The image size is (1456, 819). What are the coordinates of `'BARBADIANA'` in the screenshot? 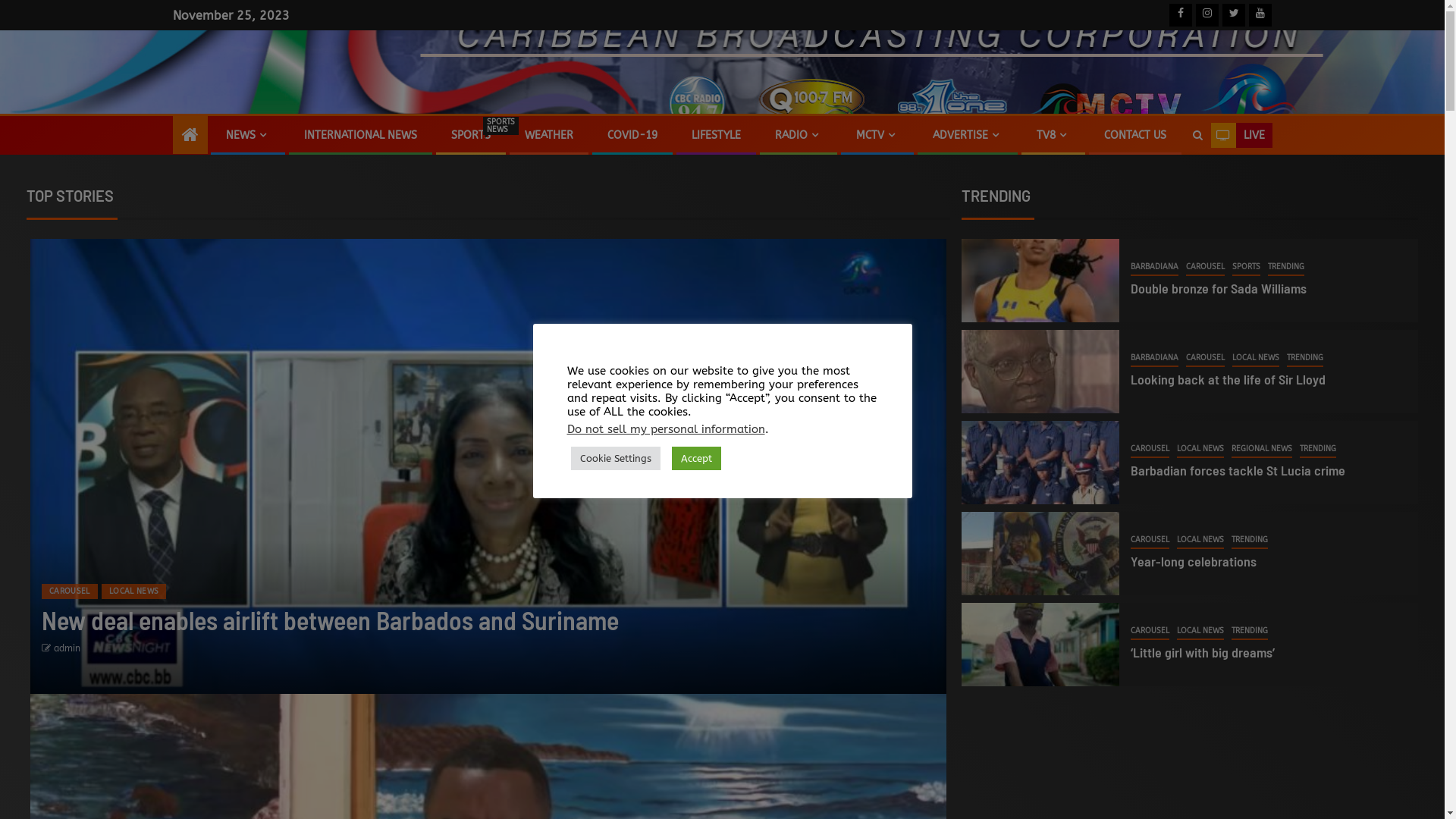 It's located at (1153, 267).